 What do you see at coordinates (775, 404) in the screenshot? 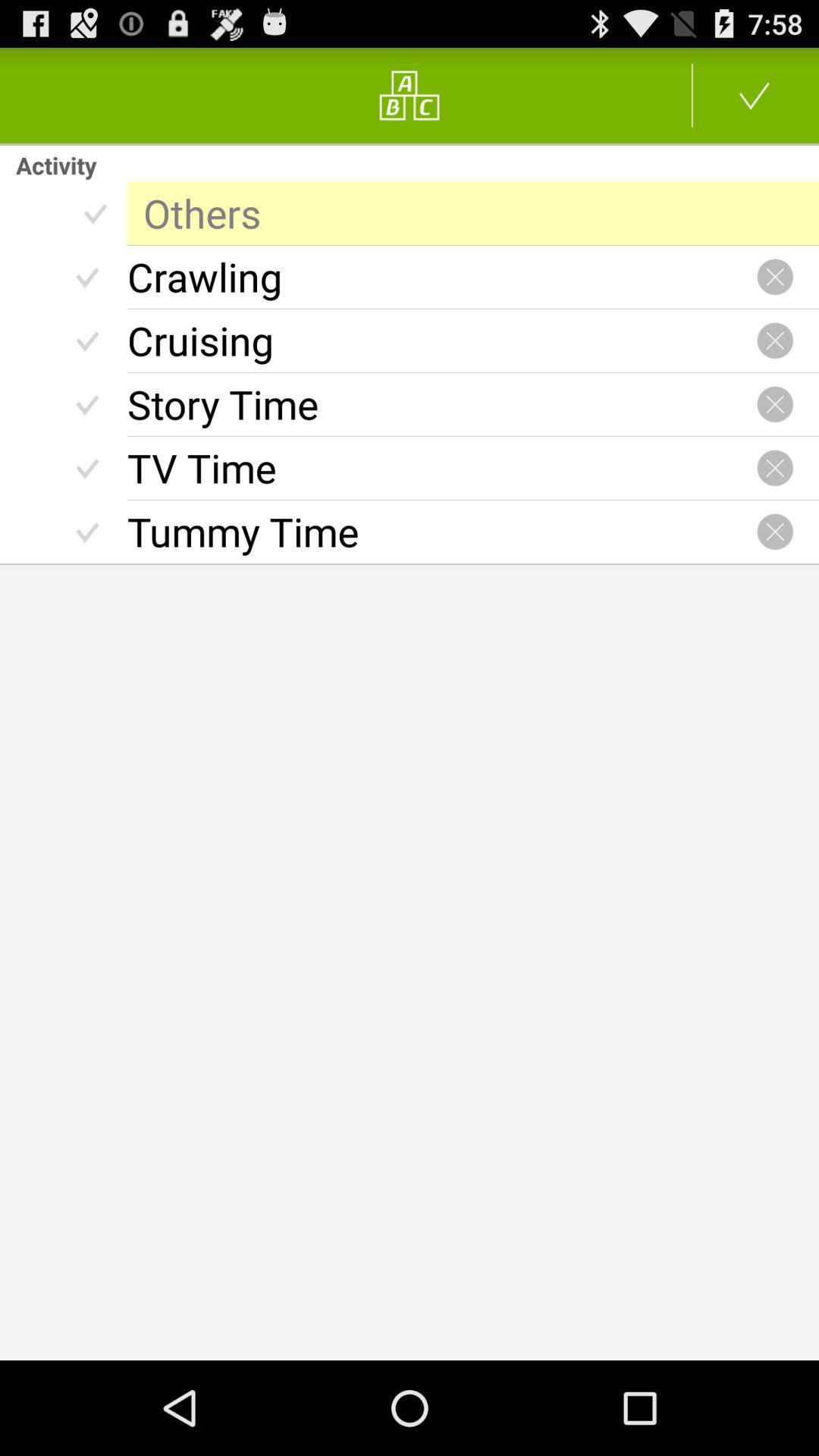
I see `go close` at bounding box center [775, 404].